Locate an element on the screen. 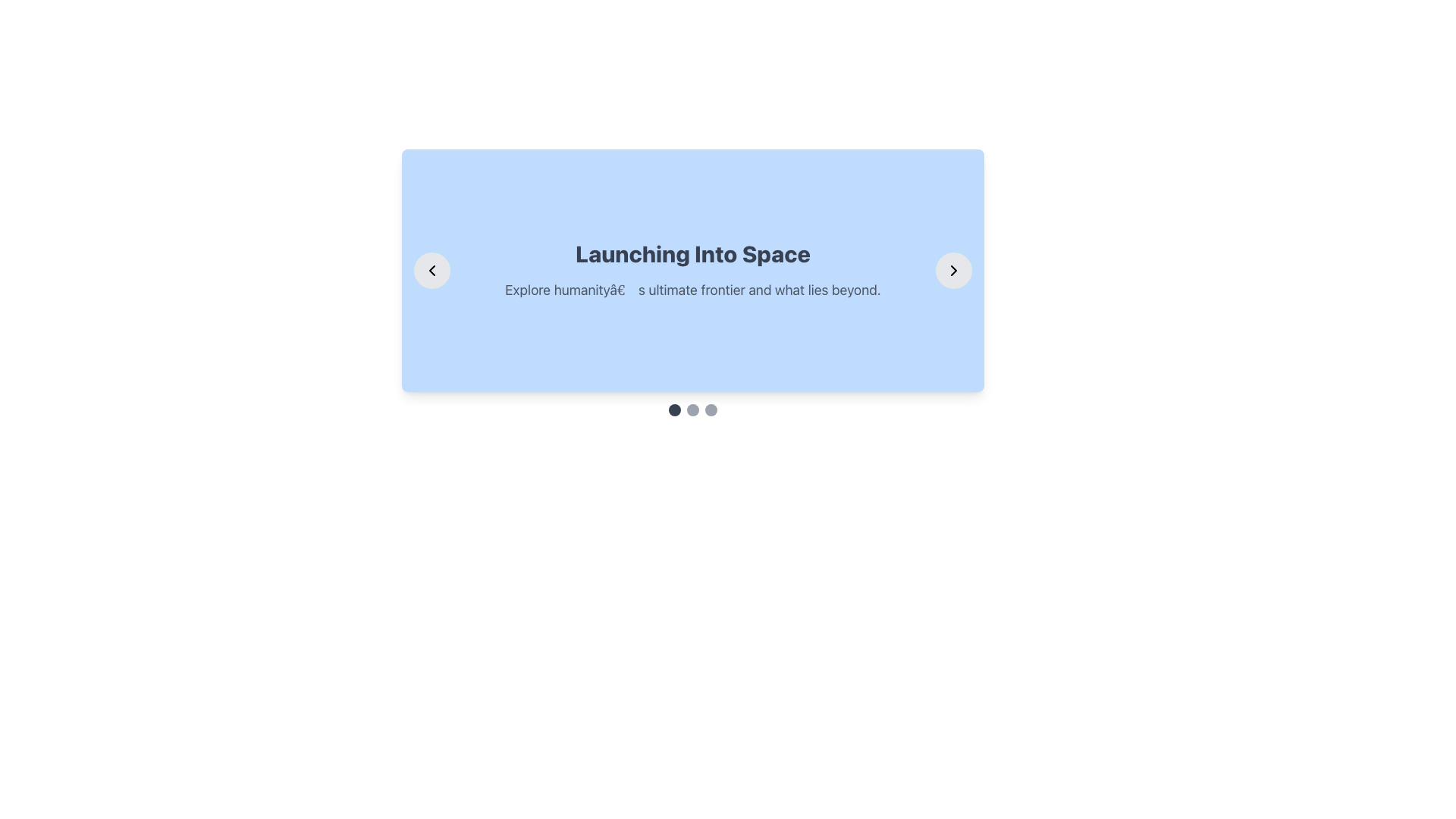 Image resolution: width=1456 pixels, height=819 pixels. the middle circular button of the Carousel navigation, which is lighter in color than the adjacent darker buttons is located at coordinates (692, 409).